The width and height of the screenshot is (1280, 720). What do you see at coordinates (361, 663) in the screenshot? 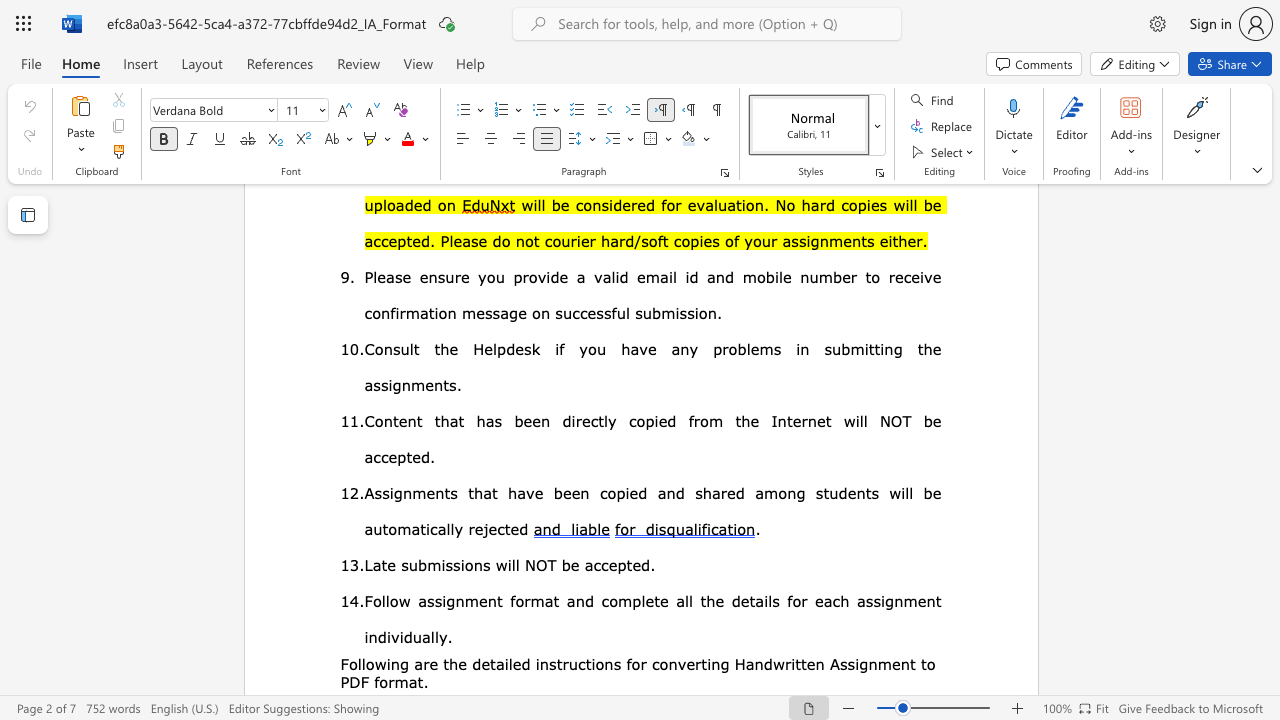
I see `the subset text "lowing are the" within the text "Following are the"` at bounding box center [361, 663].